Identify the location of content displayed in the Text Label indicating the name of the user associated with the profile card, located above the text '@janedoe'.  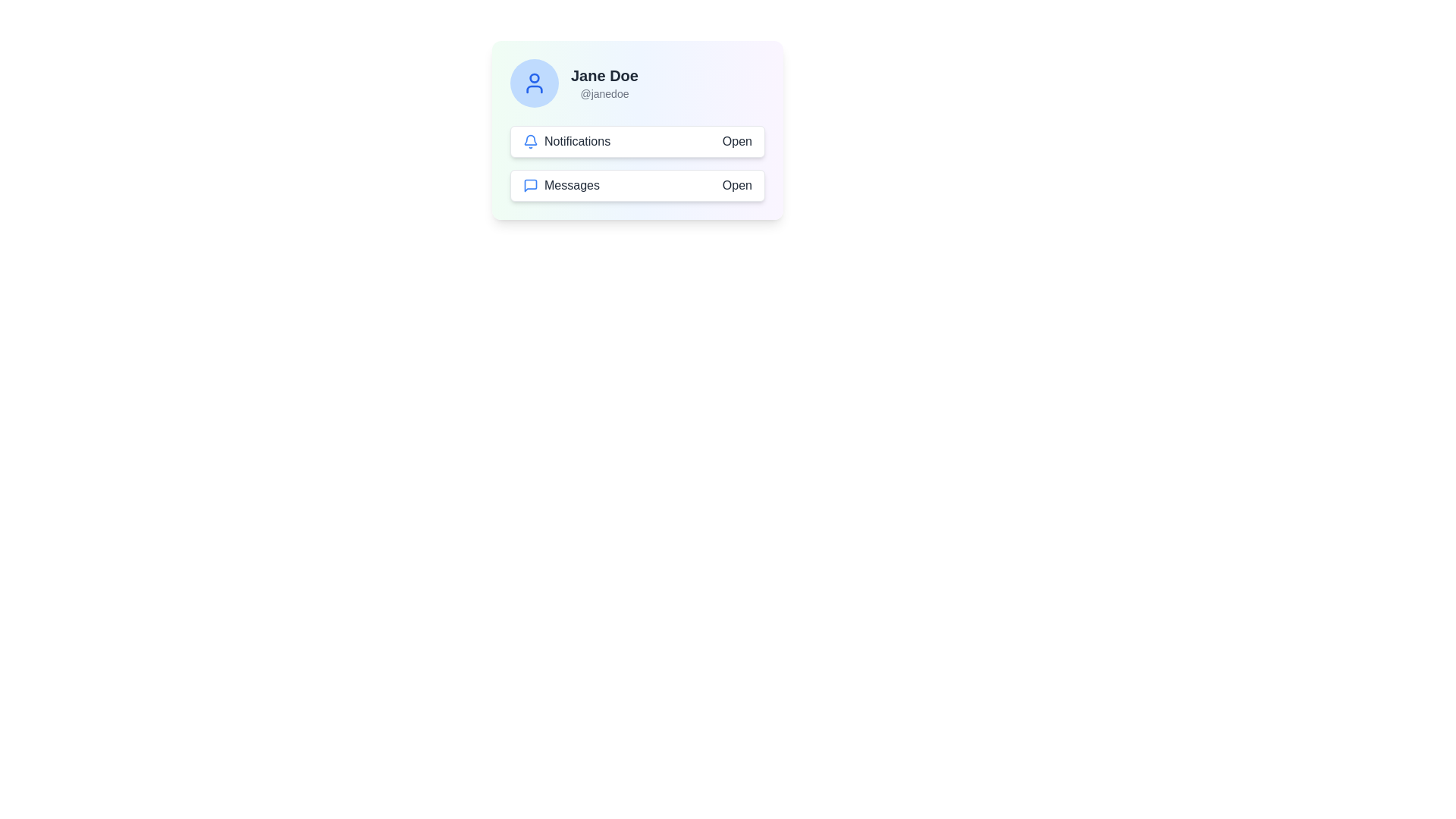
(604, 76).